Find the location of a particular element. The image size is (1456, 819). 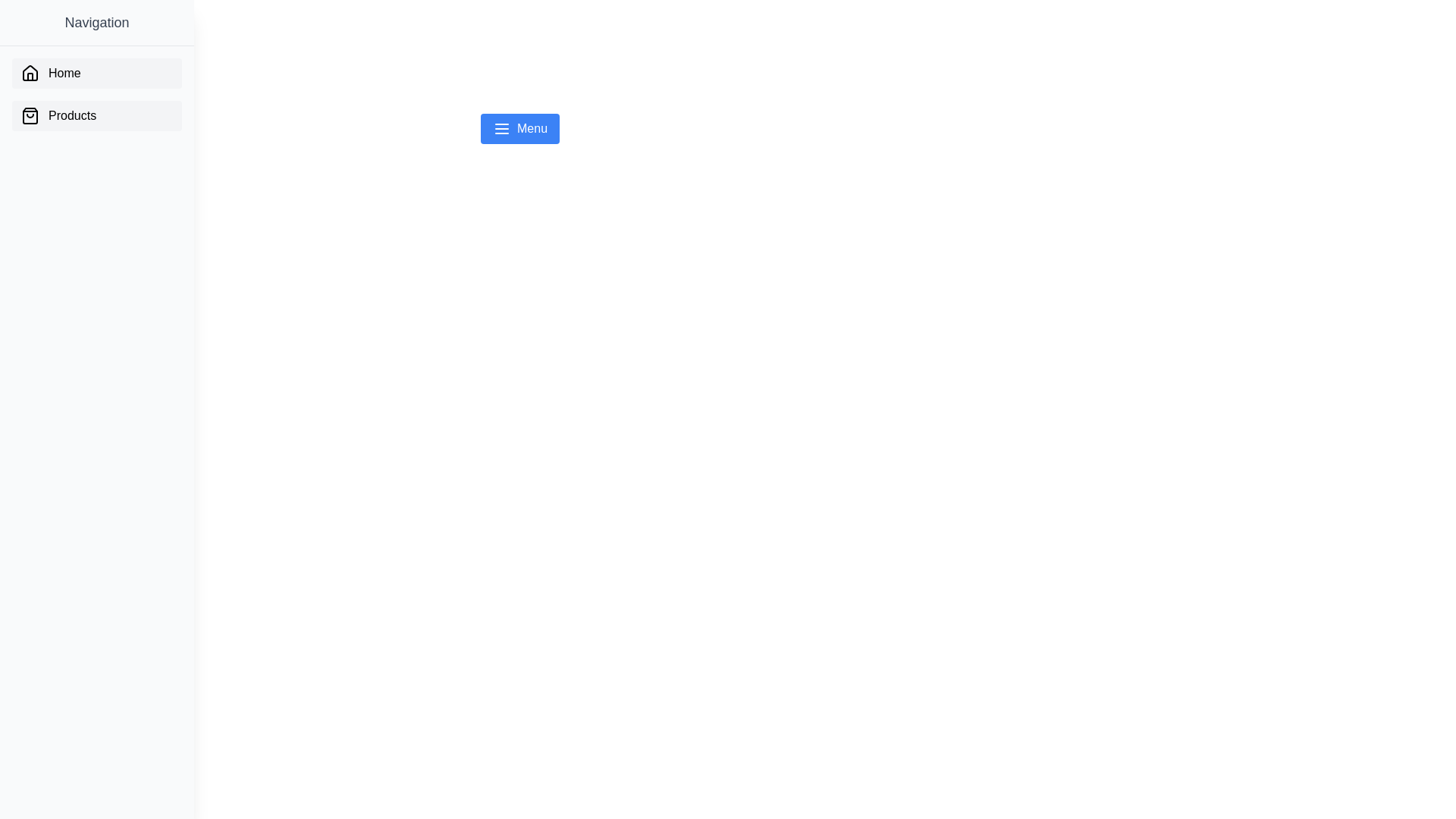

the 'Products' button in the drawer menu is located at coordinates (96, 115).